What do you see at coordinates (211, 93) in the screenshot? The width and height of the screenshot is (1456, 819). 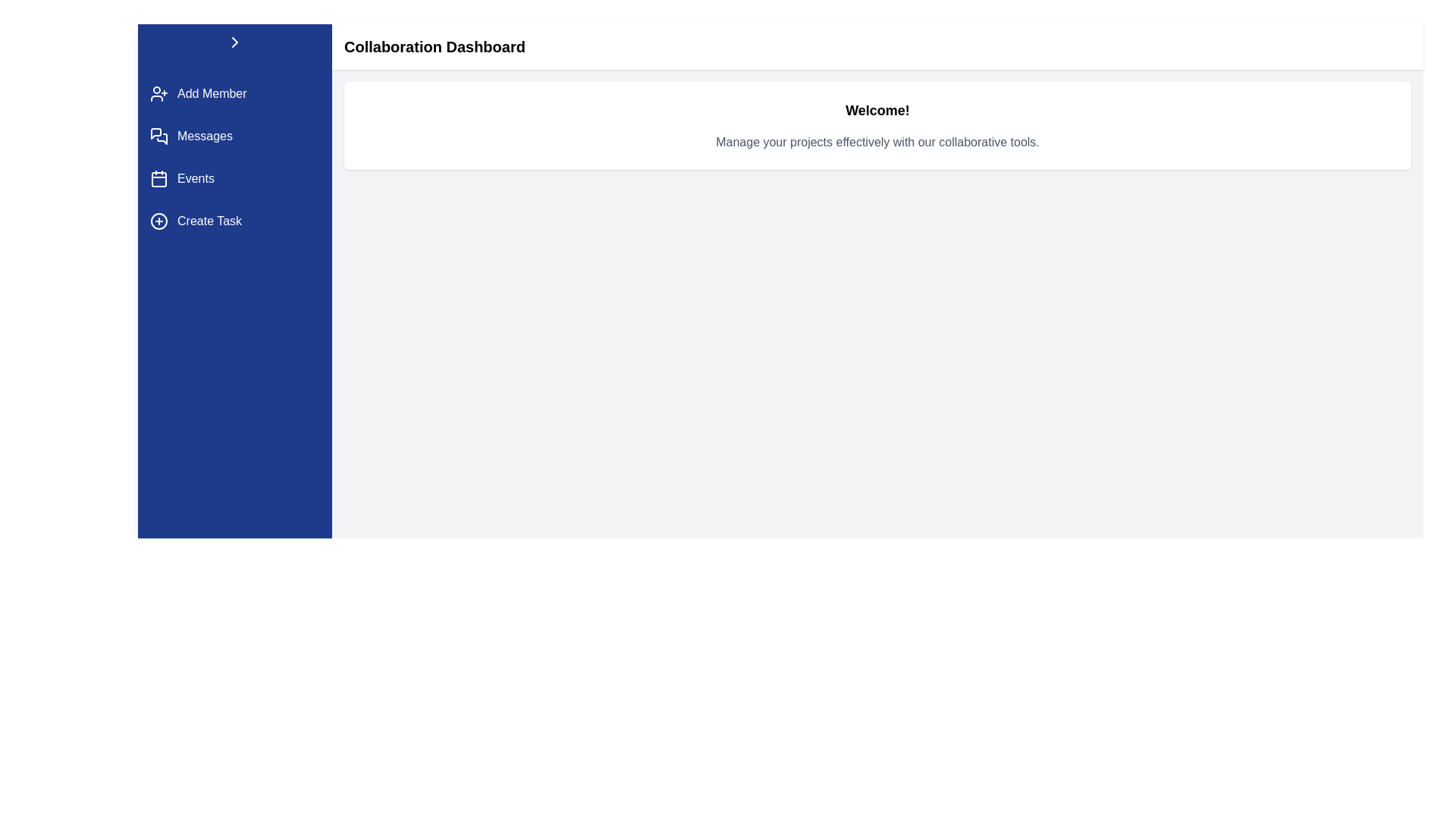 I see `text of the Text Label indicating the action of adding a new member, positioned in the left vertical navigation menu below the person with a plus sign icon` at bounding box center [211, 93].